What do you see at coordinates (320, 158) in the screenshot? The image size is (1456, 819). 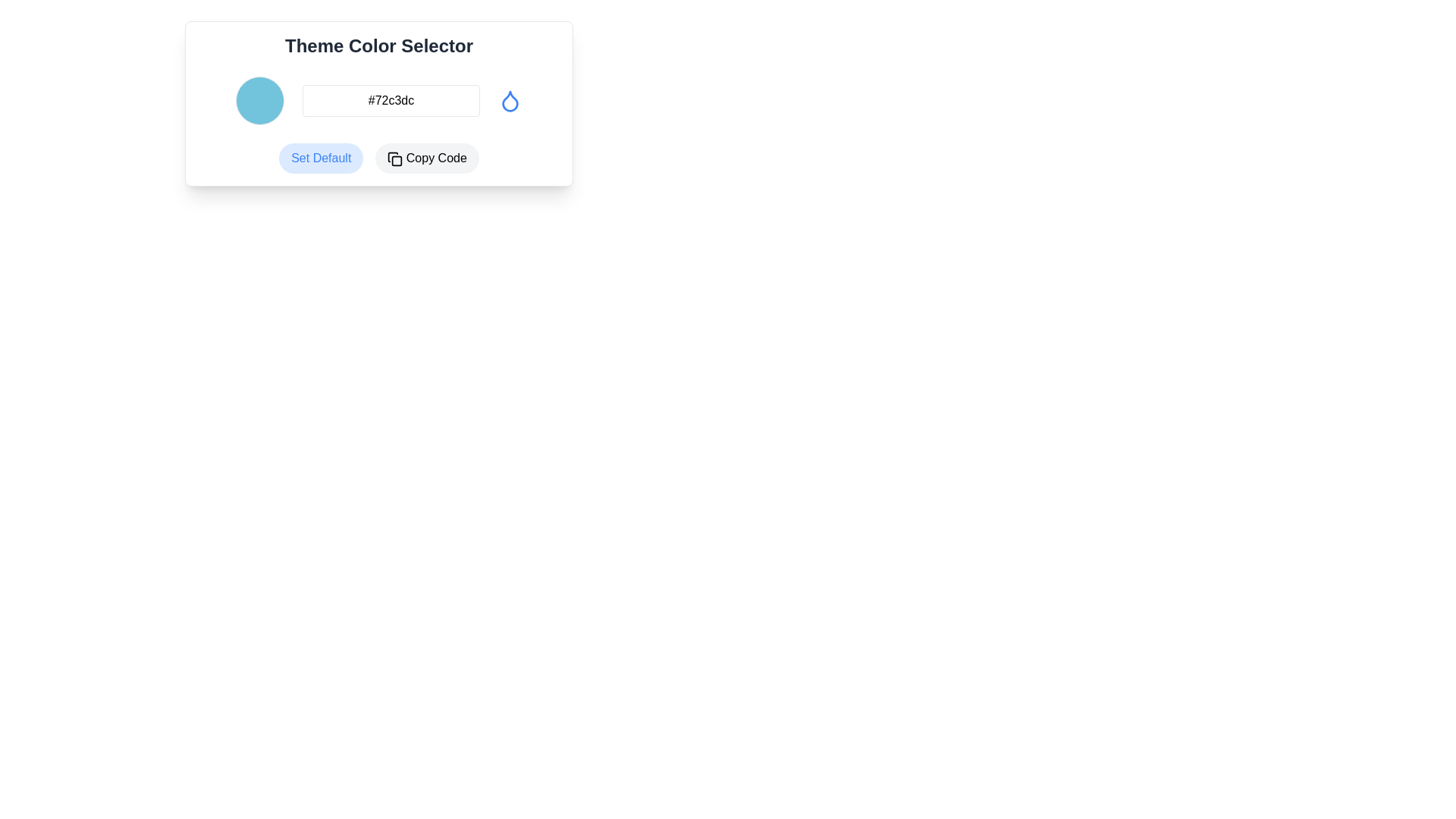 I see `the 'Set Default' button, which is a rectangular button with rounded corners and a light blue background` at bounding box center [320, 158].